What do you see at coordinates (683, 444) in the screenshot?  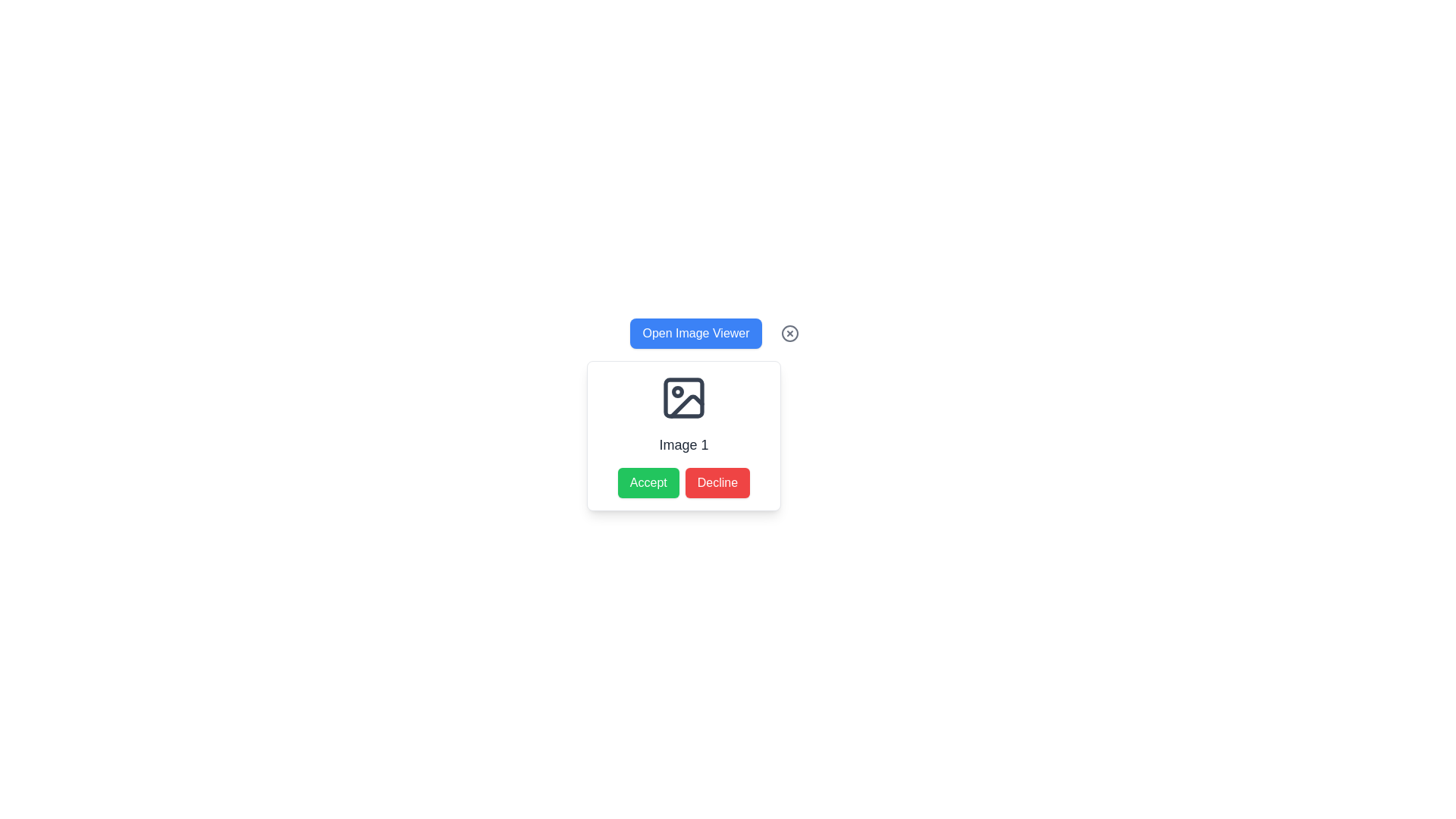 I see `the text label displaying 'Image 1', which is centrally located below an image thumbnail icon and above the 'Accept' and 'Decline' buttons` at bounding box center [683, 444].